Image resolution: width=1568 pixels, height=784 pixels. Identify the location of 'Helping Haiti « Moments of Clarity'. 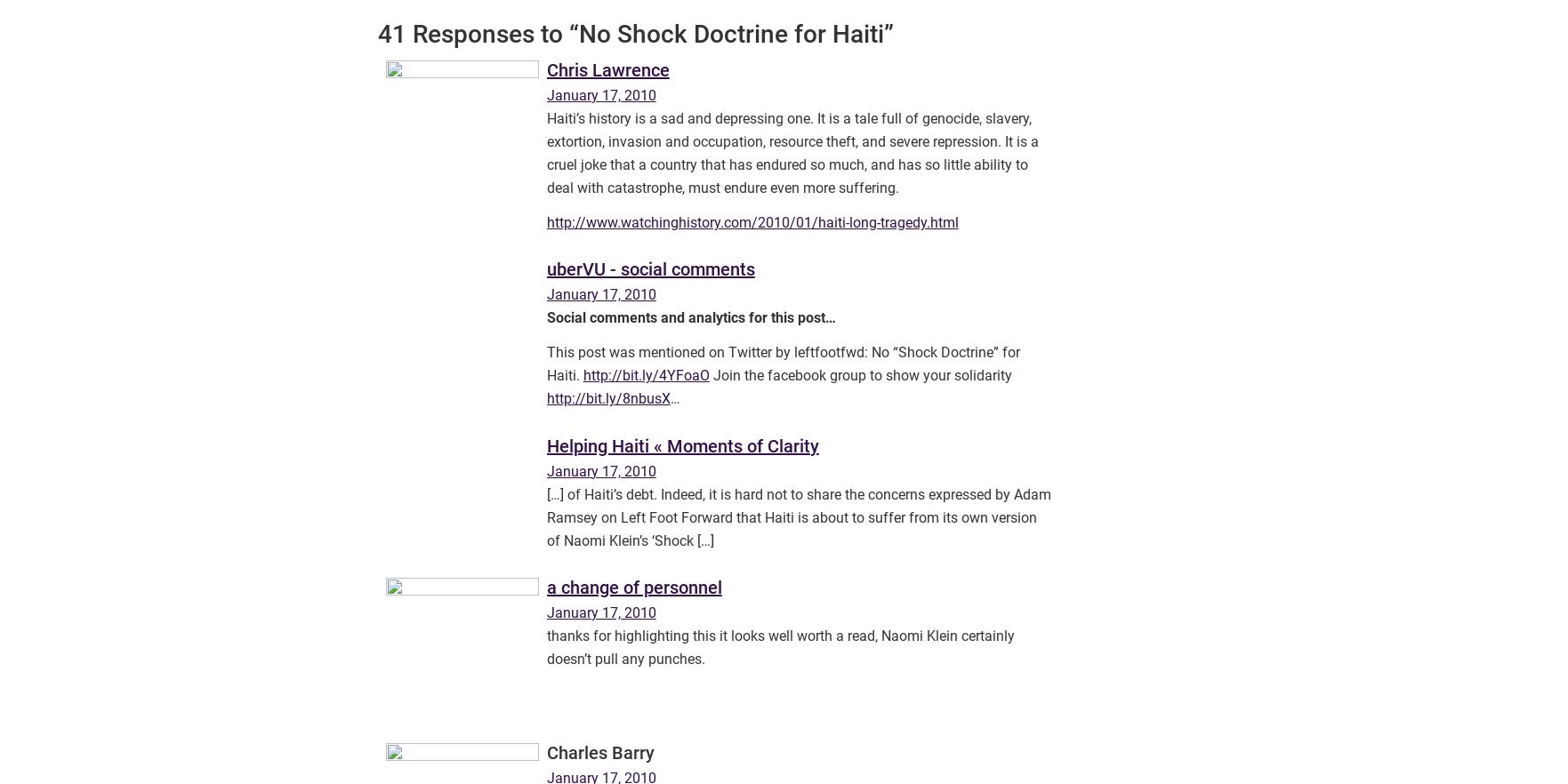
(682, 444).